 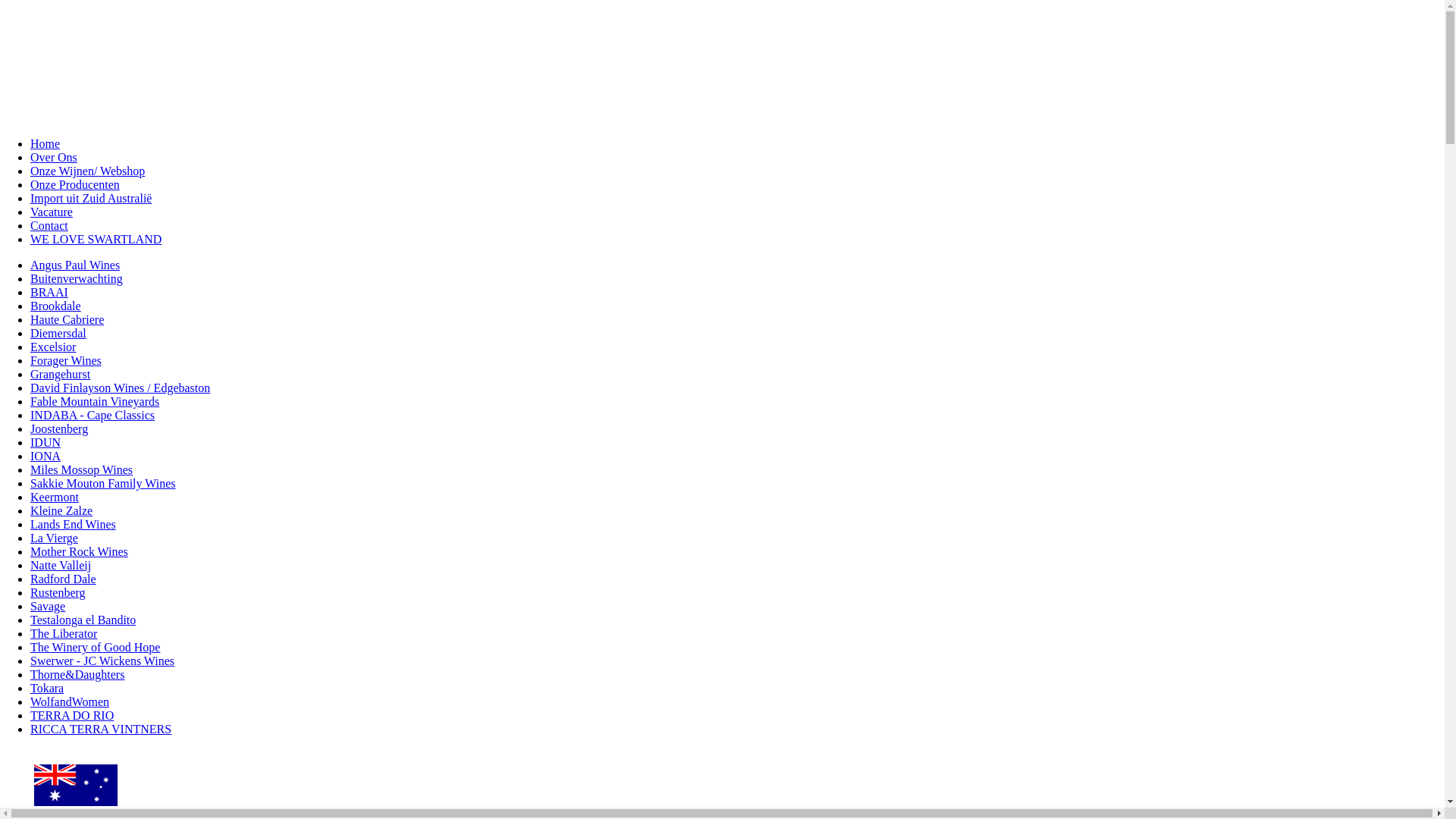 What do you see at coordinates (30, 374) in the screenshot?
I see `'Grangehurst'` at bounding box center [30, 374].